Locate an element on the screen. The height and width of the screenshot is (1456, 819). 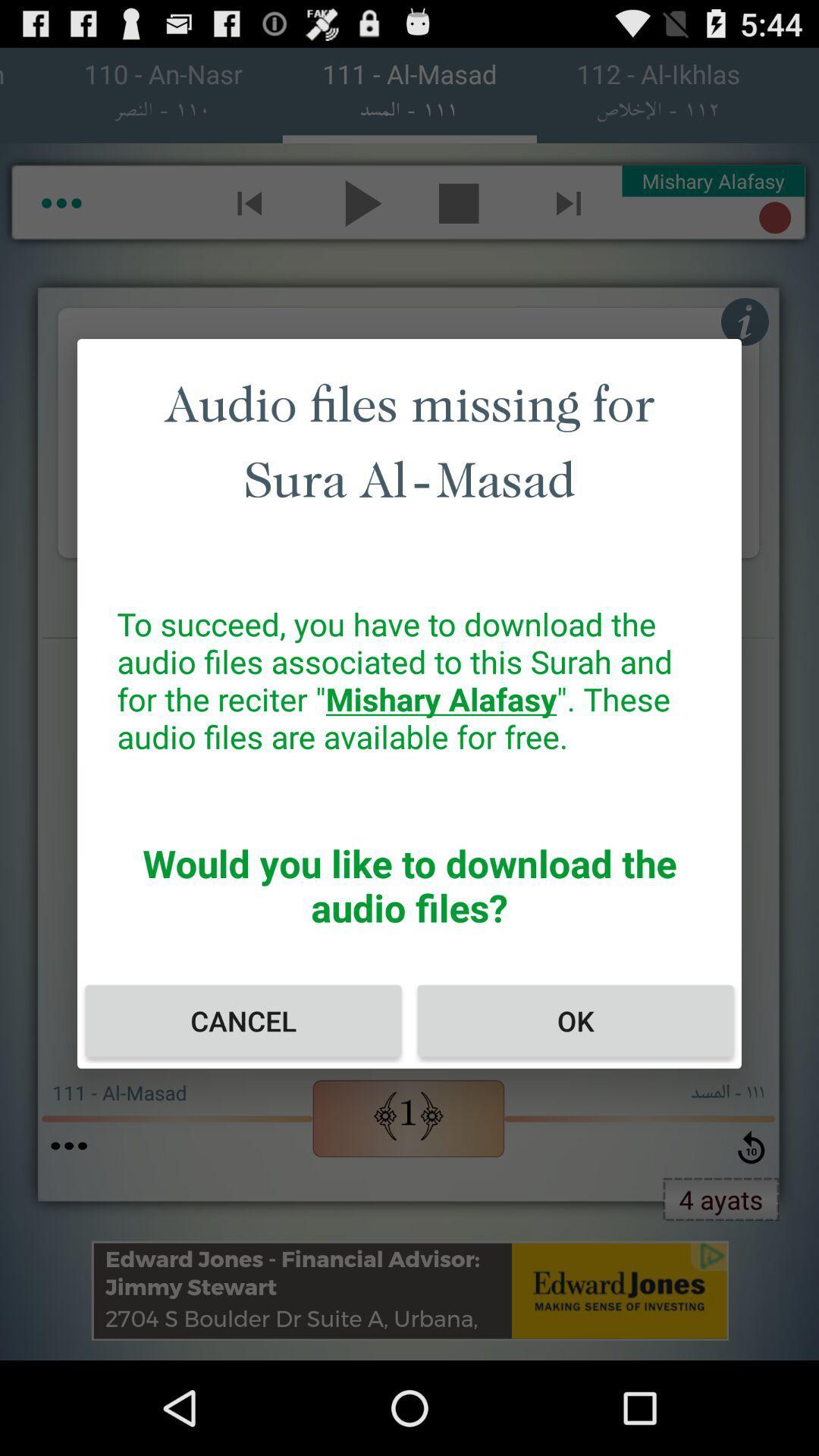
ok icon is located at coordinates (576, 1021).